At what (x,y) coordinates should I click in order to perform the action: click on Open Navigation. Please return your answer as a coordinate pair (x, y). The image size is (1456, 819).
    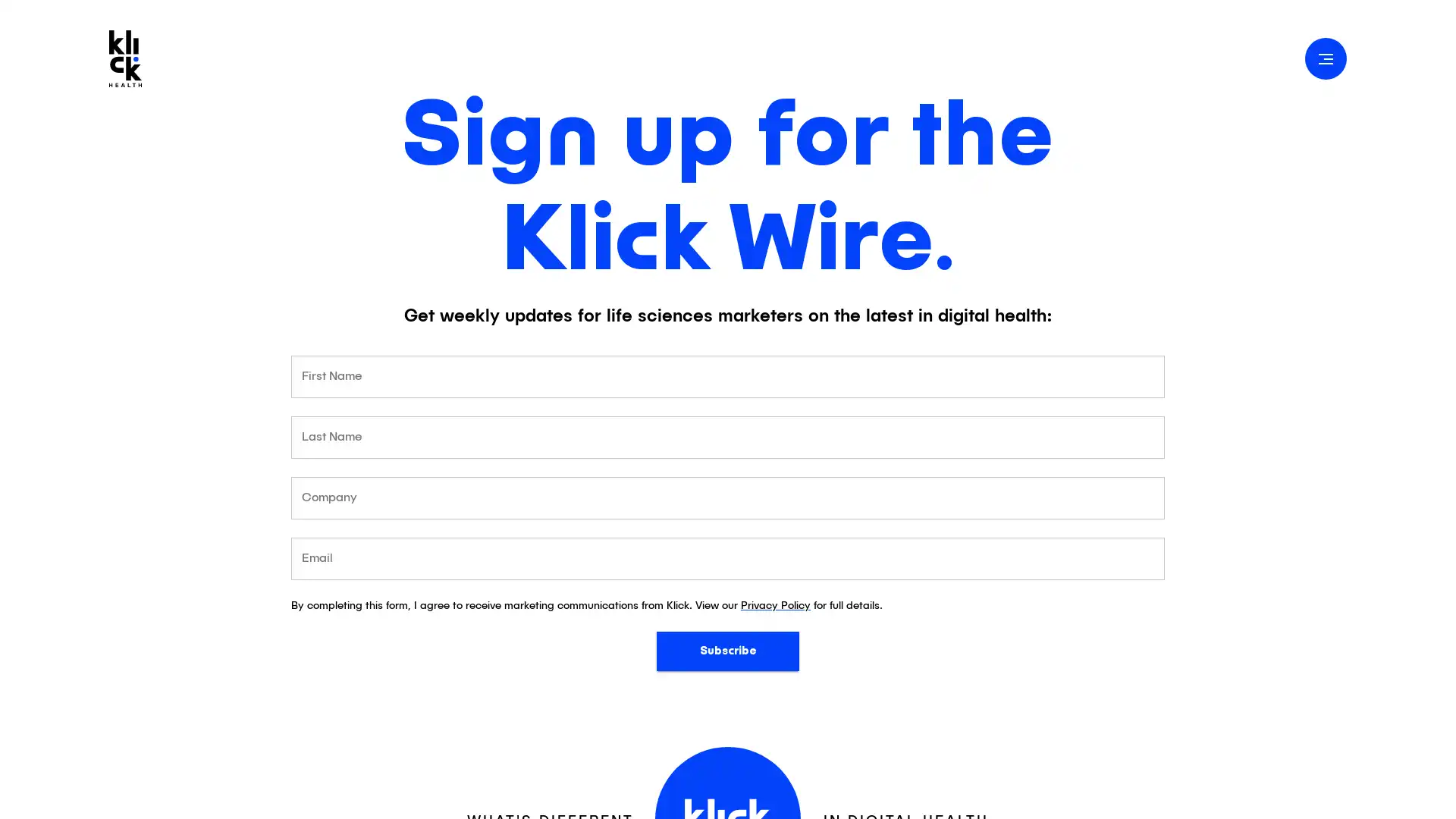
    Looking at the image, I should click on (1325, 58).